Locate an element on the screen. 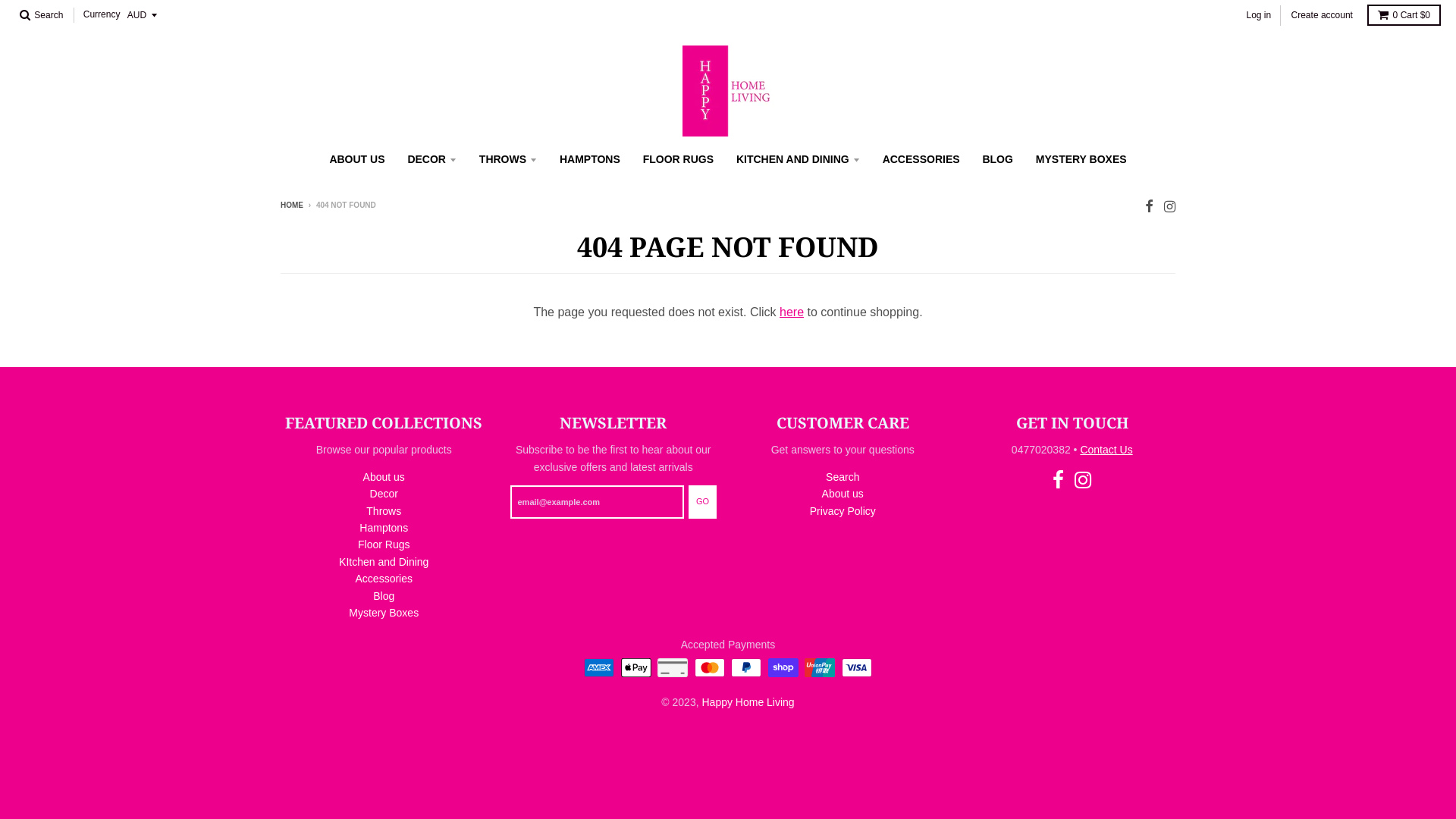 This screenshot has height=819, width=1456. 'ABOUT US' is located at coordinates (356, 158).